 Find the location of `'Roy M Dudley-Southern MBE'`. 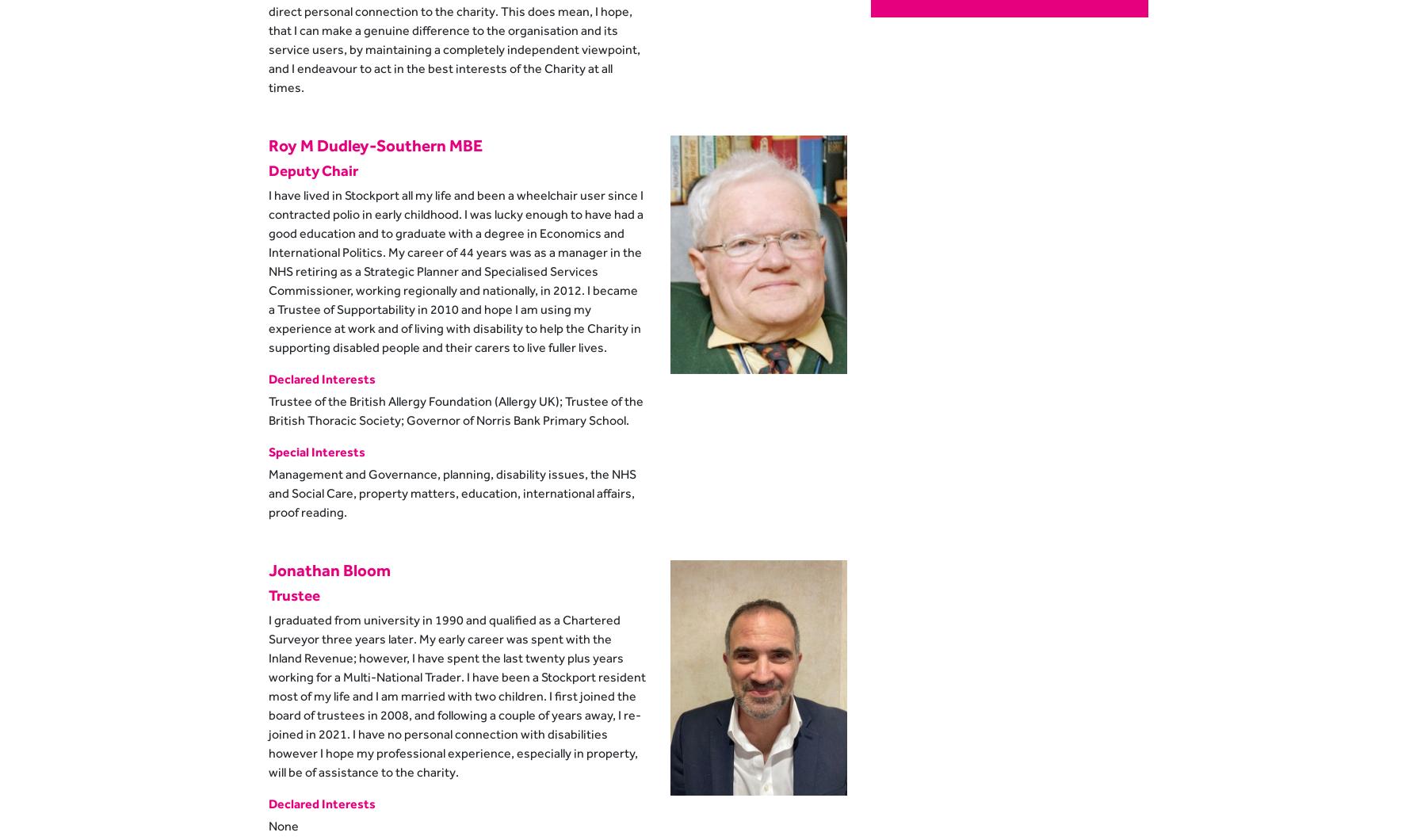

'Roy M Dudley-Southern MBE' is located at coordinates (375, 143).